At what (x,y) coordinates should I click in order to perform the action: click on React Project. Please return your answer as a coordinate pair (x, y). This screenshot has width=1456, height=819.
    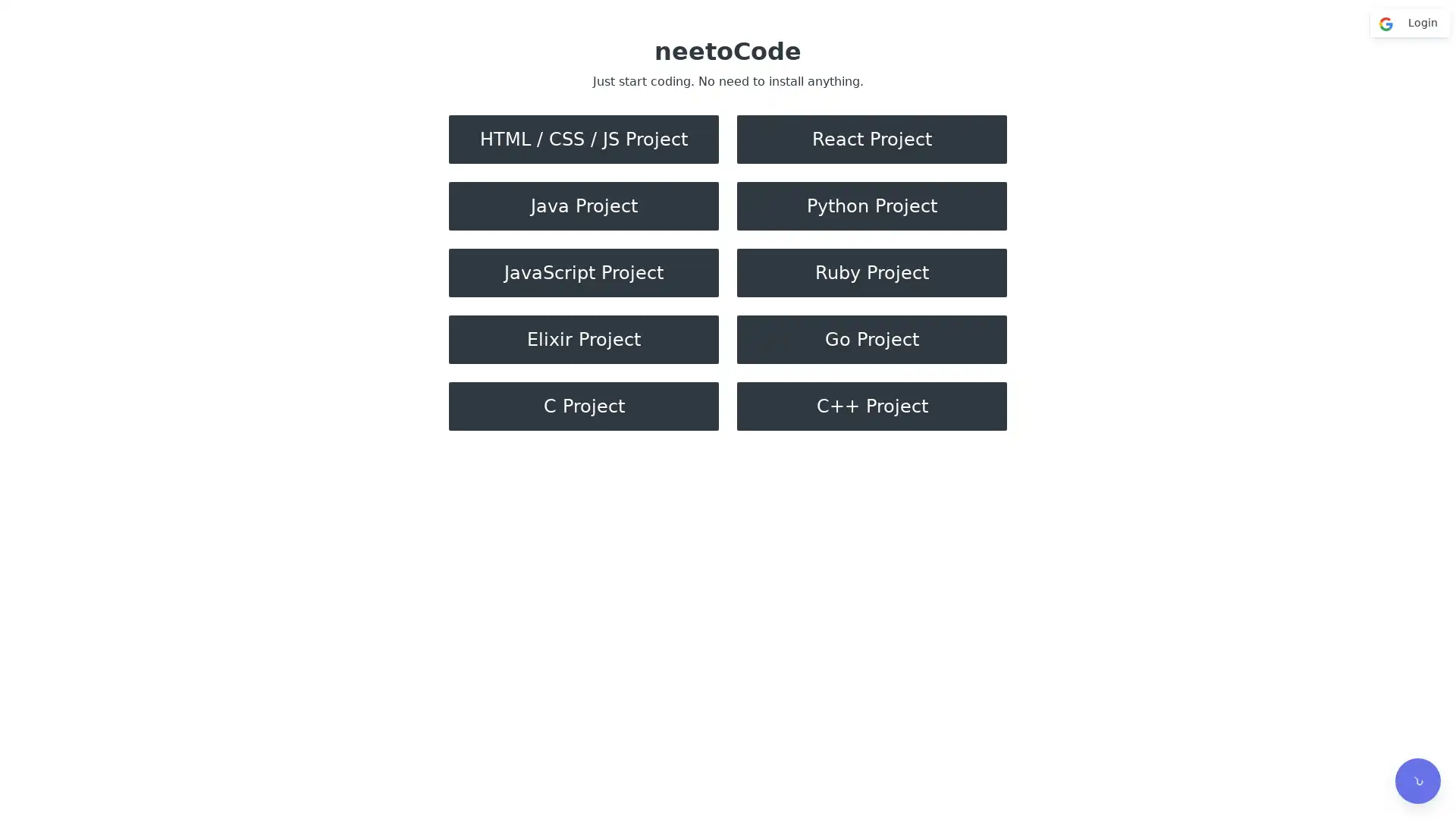
    Looking at the image, I should click on (872, 140).